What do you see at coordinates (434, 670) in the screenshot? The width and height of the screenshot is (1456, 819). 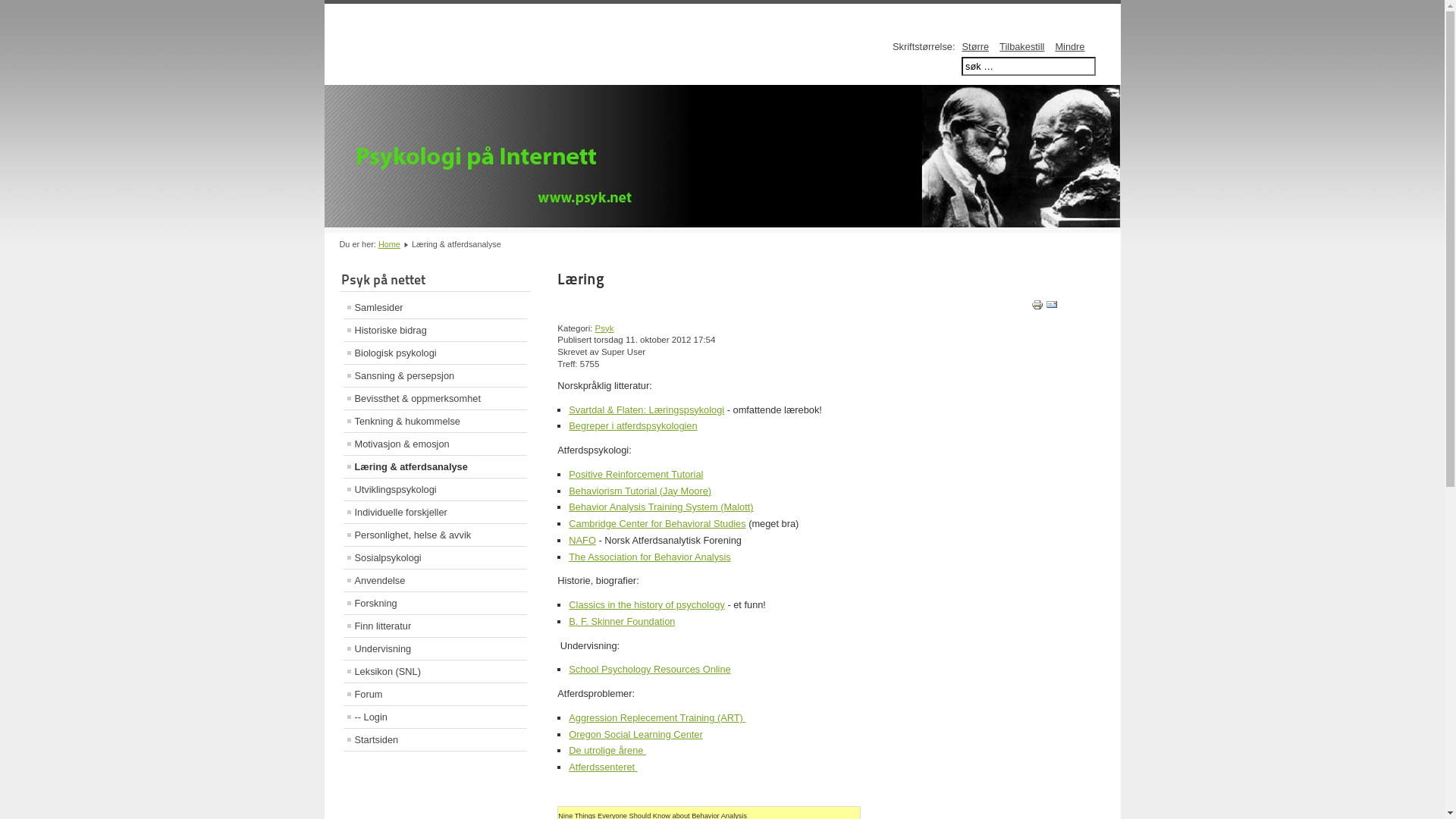 I see `'Leksikon (SNL)'` at bounding box center [434, 670].